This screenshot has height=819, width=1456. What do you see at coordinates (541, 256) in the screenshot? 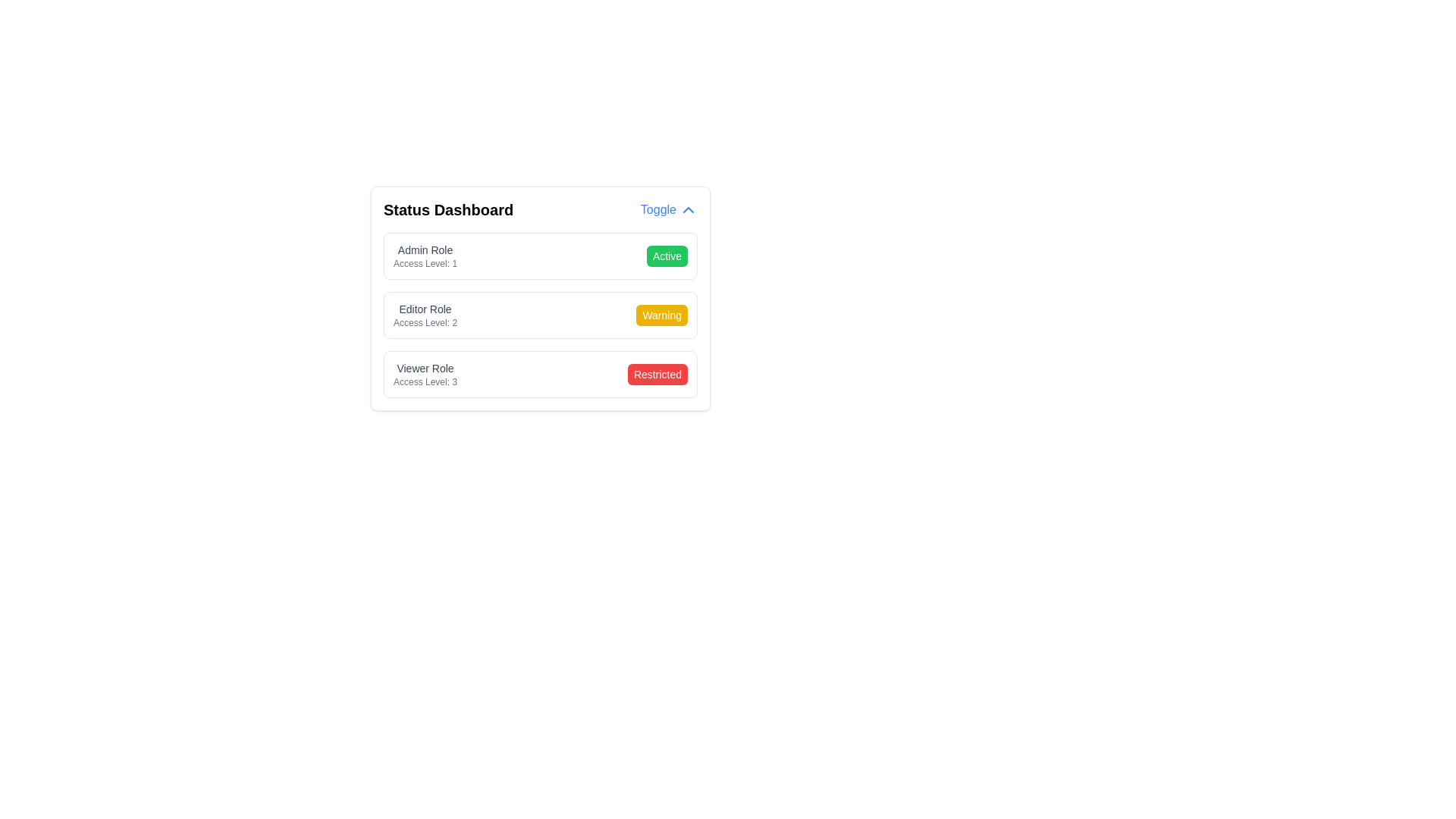
I see `the status and details of the Informational card displaying user role information, level of access, and current status located at the top of the 'Status Dashboard'` at bounding box center [541, 256].